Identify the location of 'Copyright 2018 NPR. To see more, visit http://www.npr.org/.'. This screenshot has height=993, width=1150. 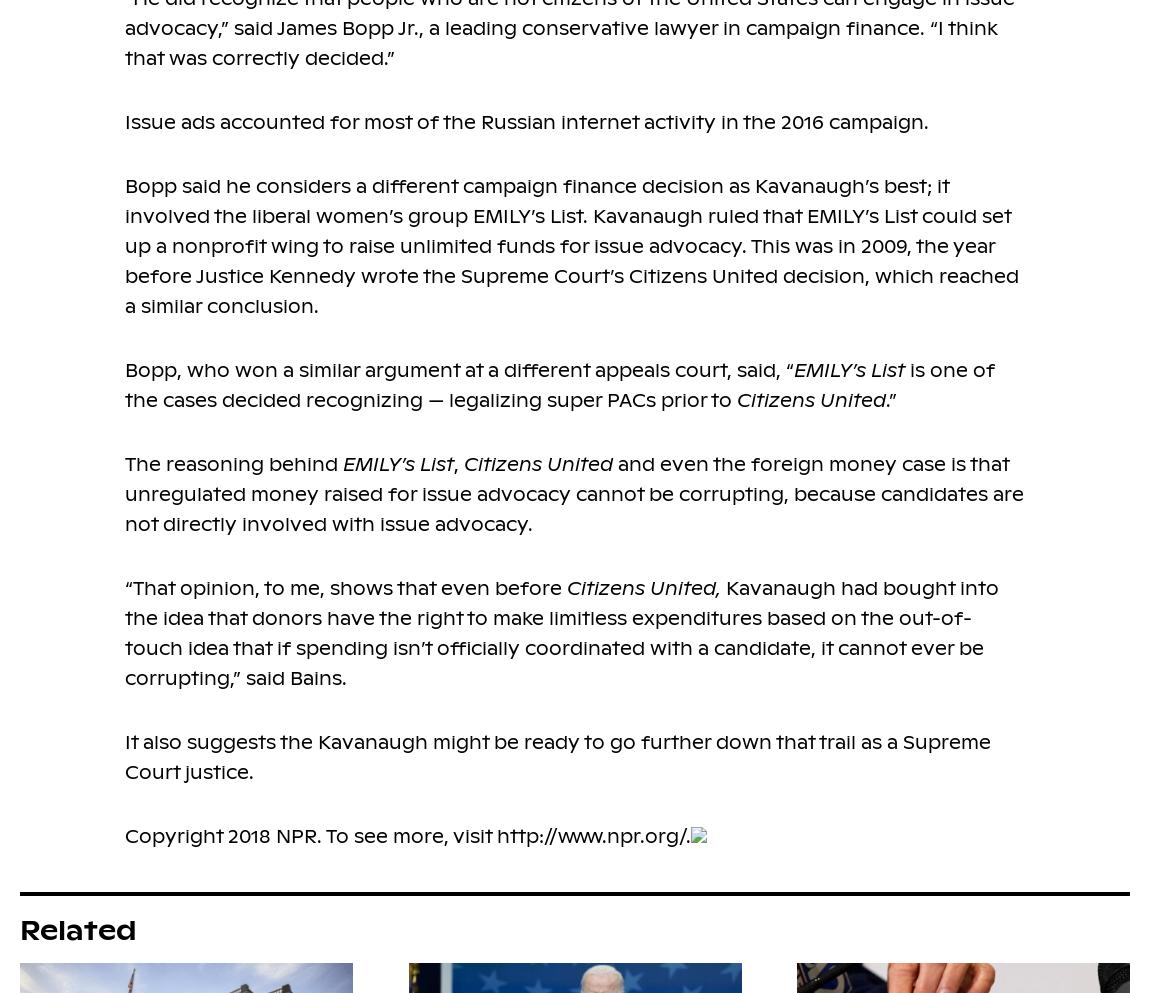
(124, 836).